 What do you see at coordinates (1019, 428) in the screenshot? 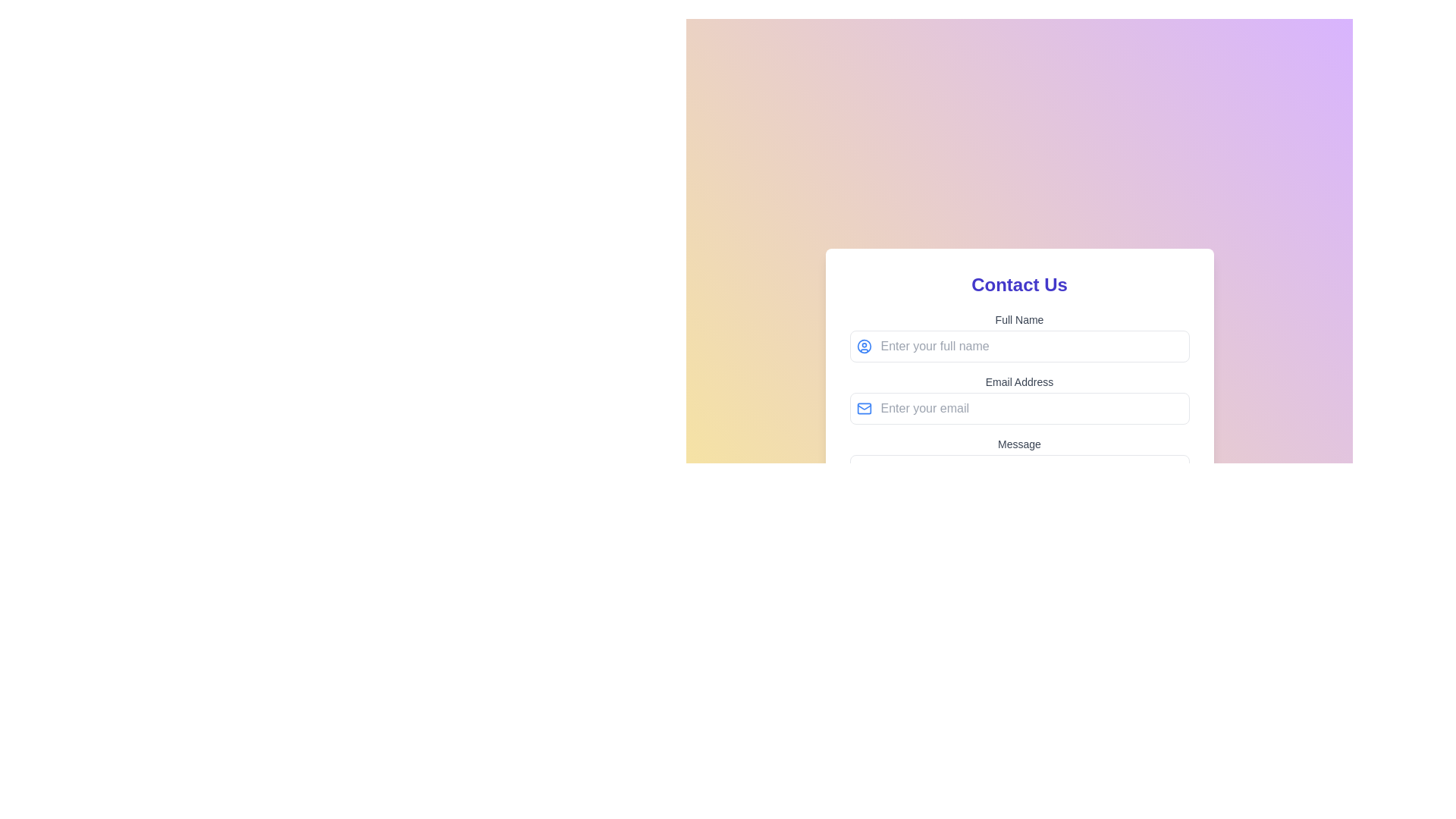
I see `the 'Full Name', 'Email Address', or 'Message' input fields in the 'Contact Us' form to focus on them` at bounding box center [1019, 428].